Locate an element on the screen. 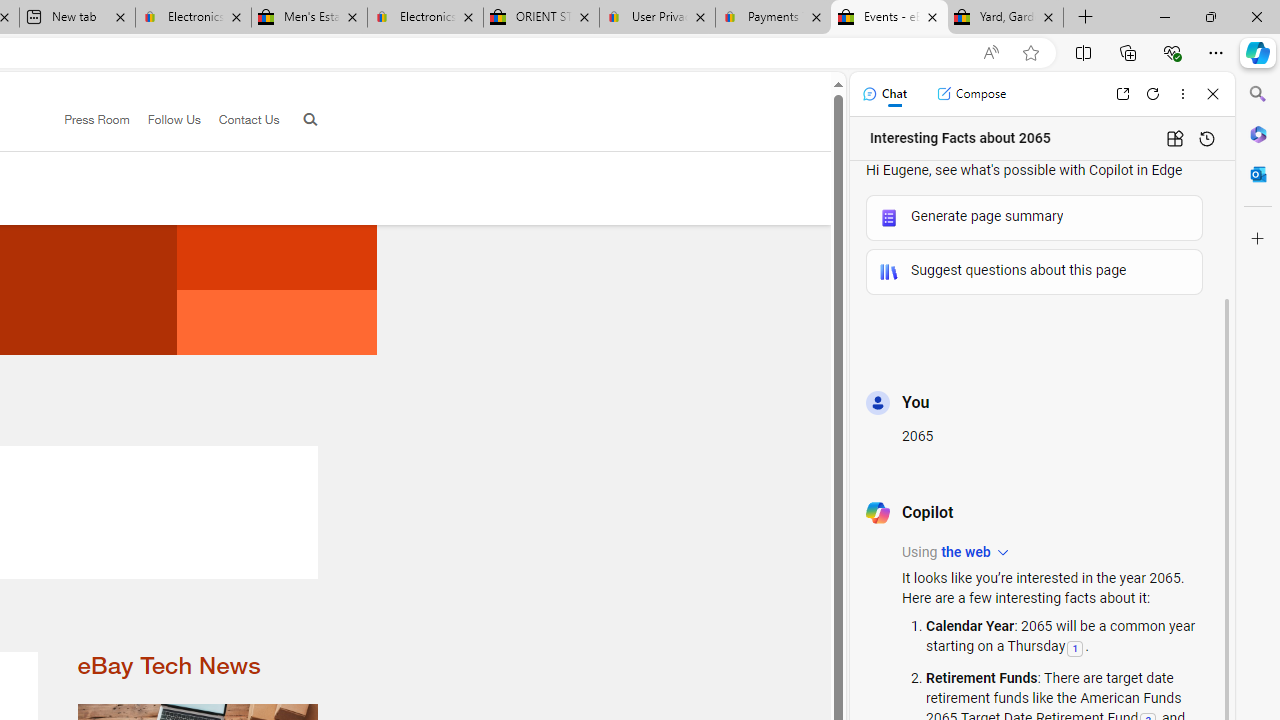  'Compose' is located at coordinates (971, 93).